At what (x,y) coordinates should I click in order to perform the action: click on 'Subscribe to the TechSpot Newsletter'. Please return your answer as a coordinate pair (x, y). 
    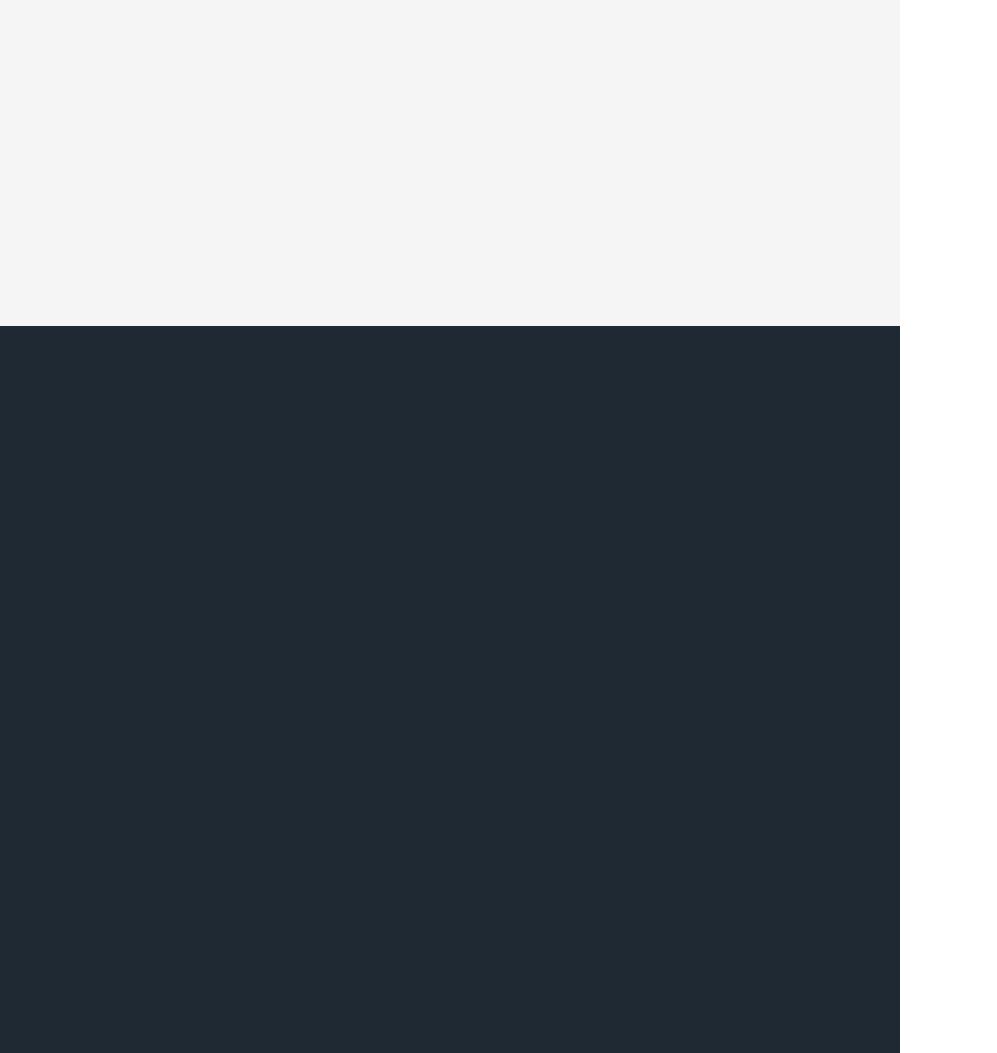
    Looking at the image, I should click on (532, 710).